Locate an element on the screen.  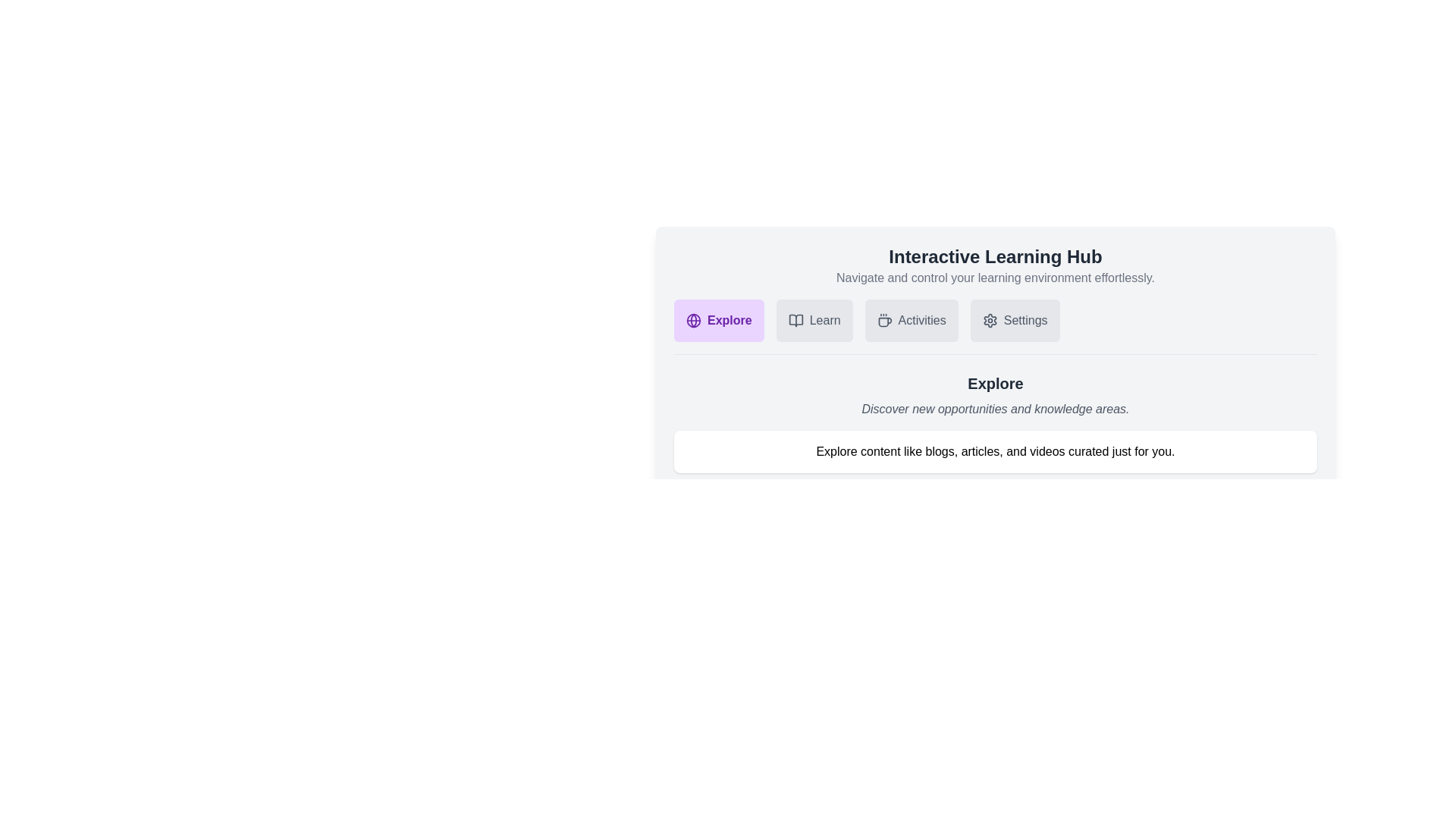
the text label displaying 'Interactive Learning Hub' which is in large, bold, dark gray font, located at the top of its section is located at coordinates (996, 256).